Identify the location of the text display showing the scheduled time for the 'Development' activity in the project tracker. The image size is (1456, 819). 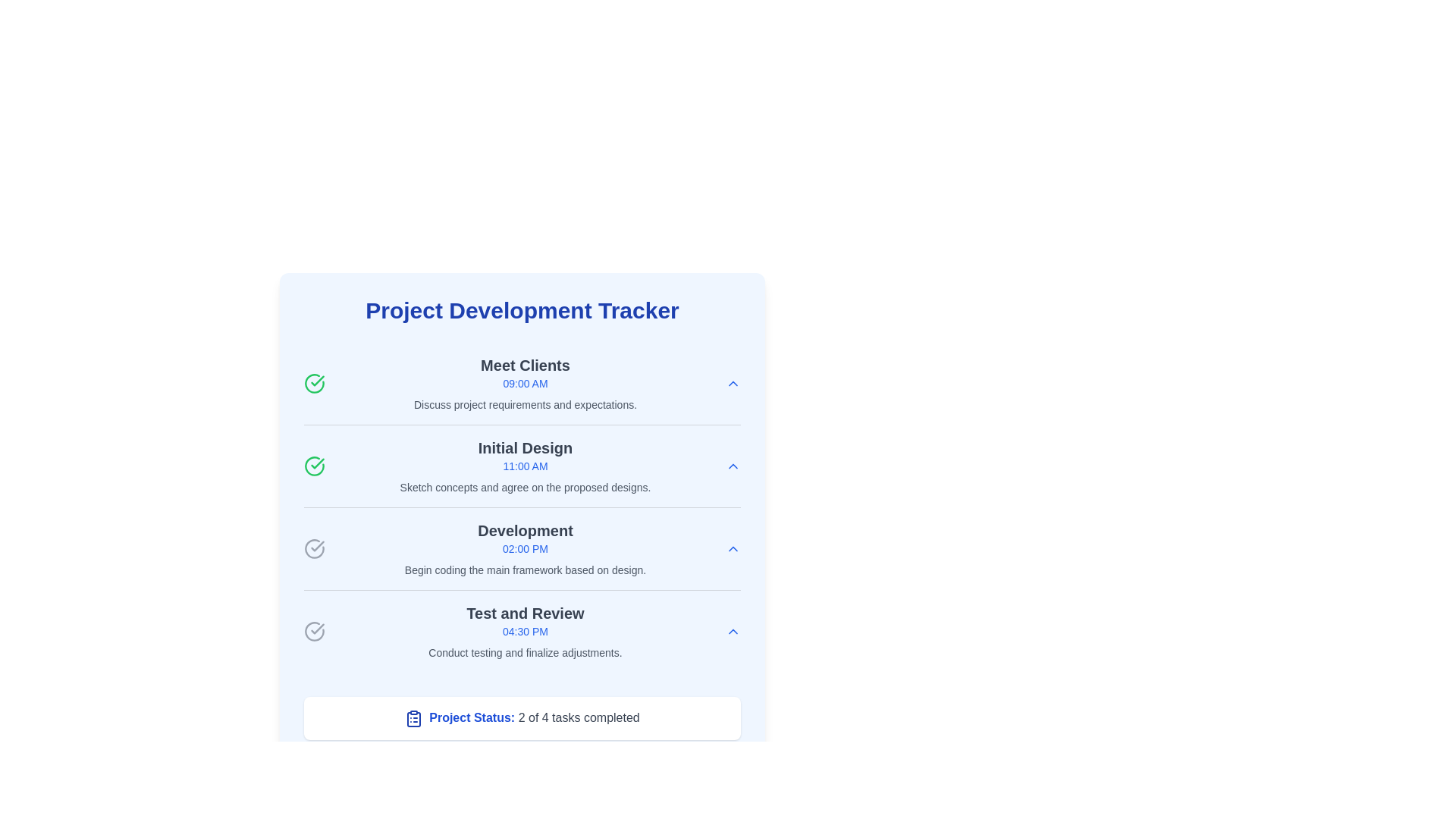
(525, 549).